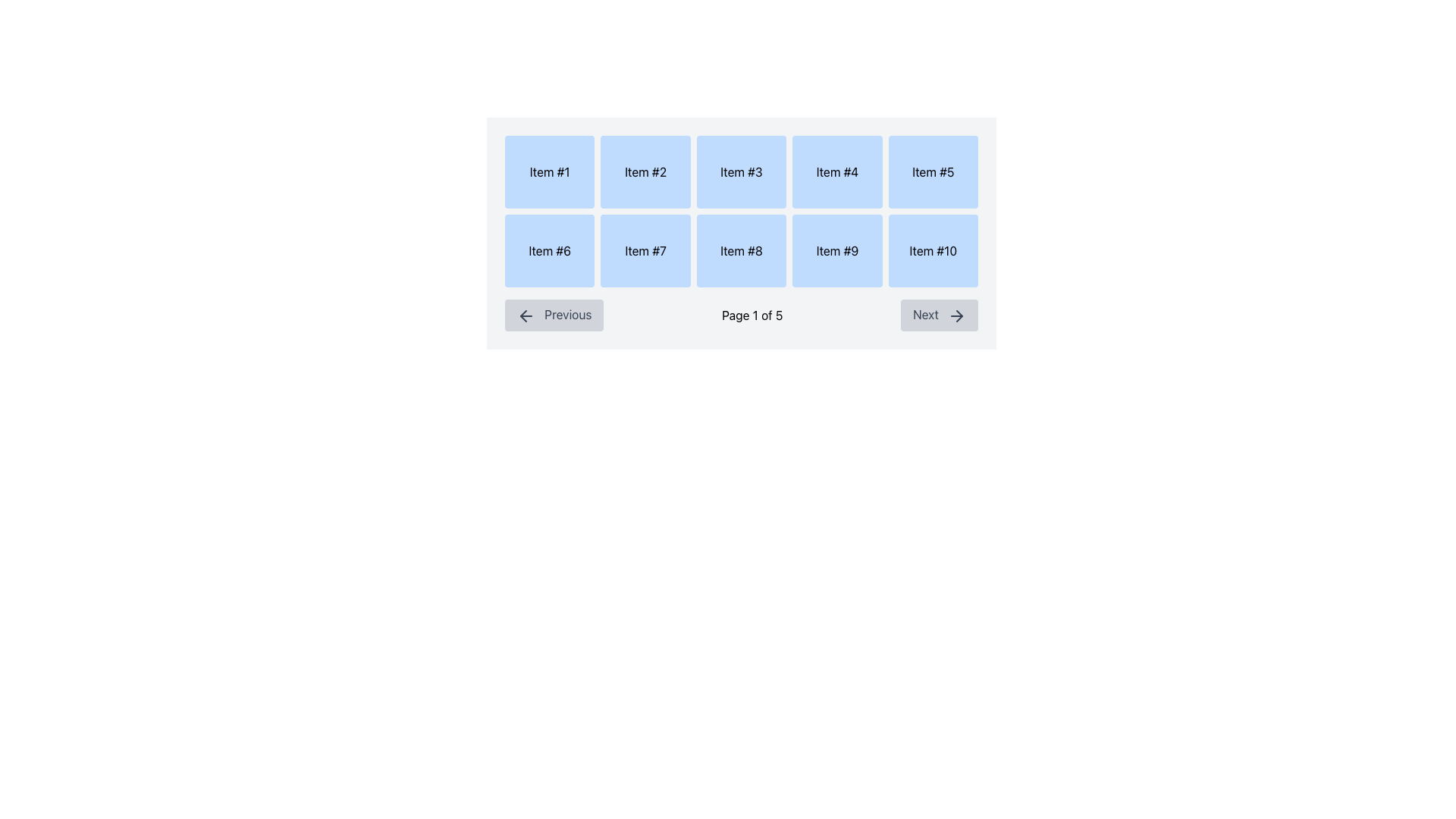 The width and height of the screenshot is (1456, 819). I want to click on the visual indicator of the 'Previous' button, which is located at the bottom-left corner of the interface, adjacent to the pagination information and left of the 'Page 1 of 5' text, so click(526, 315).